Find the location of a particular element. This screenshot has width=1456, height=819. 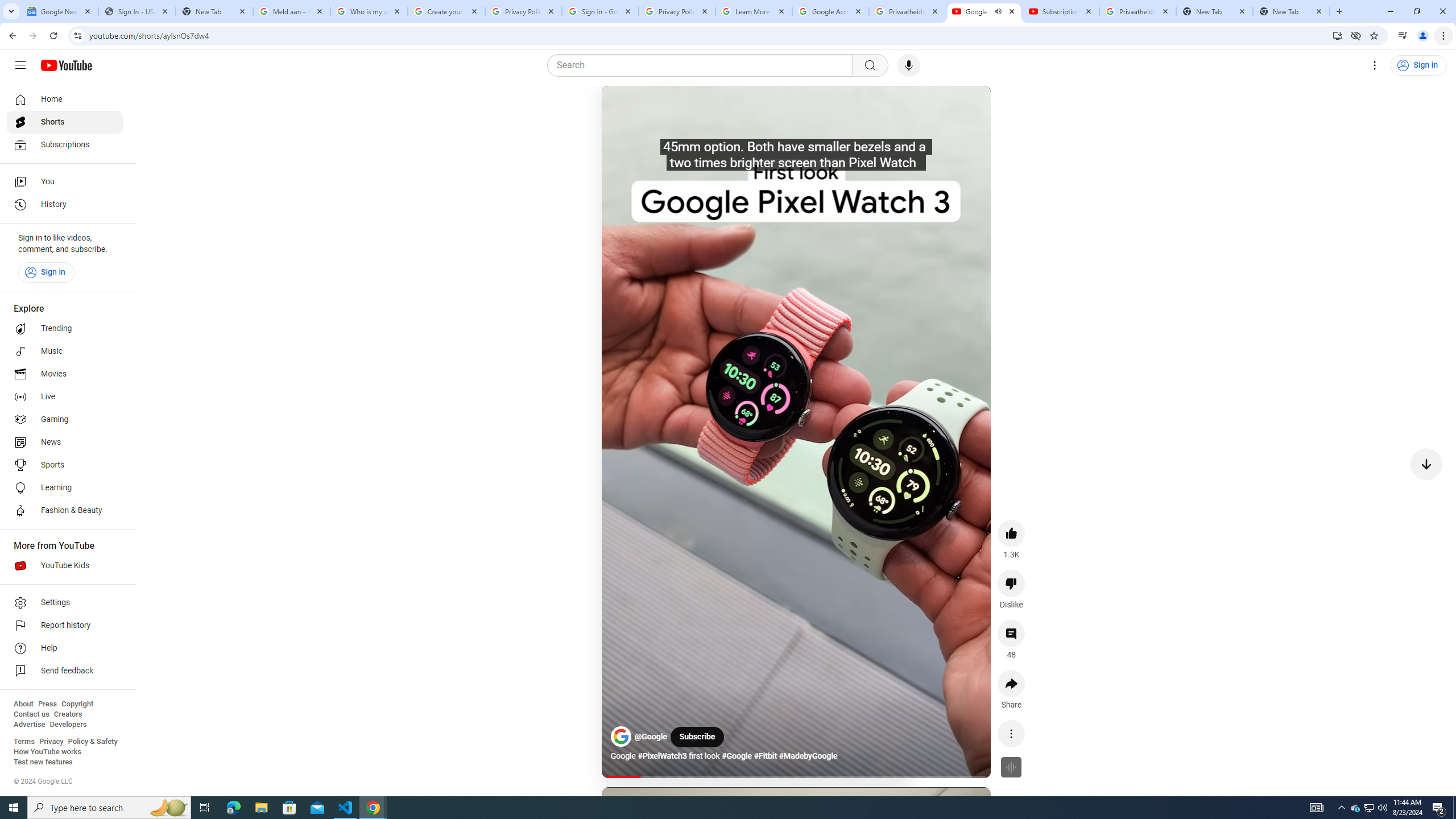

'Subscriptions - YouTube' is located at coordinates (1061, 11).